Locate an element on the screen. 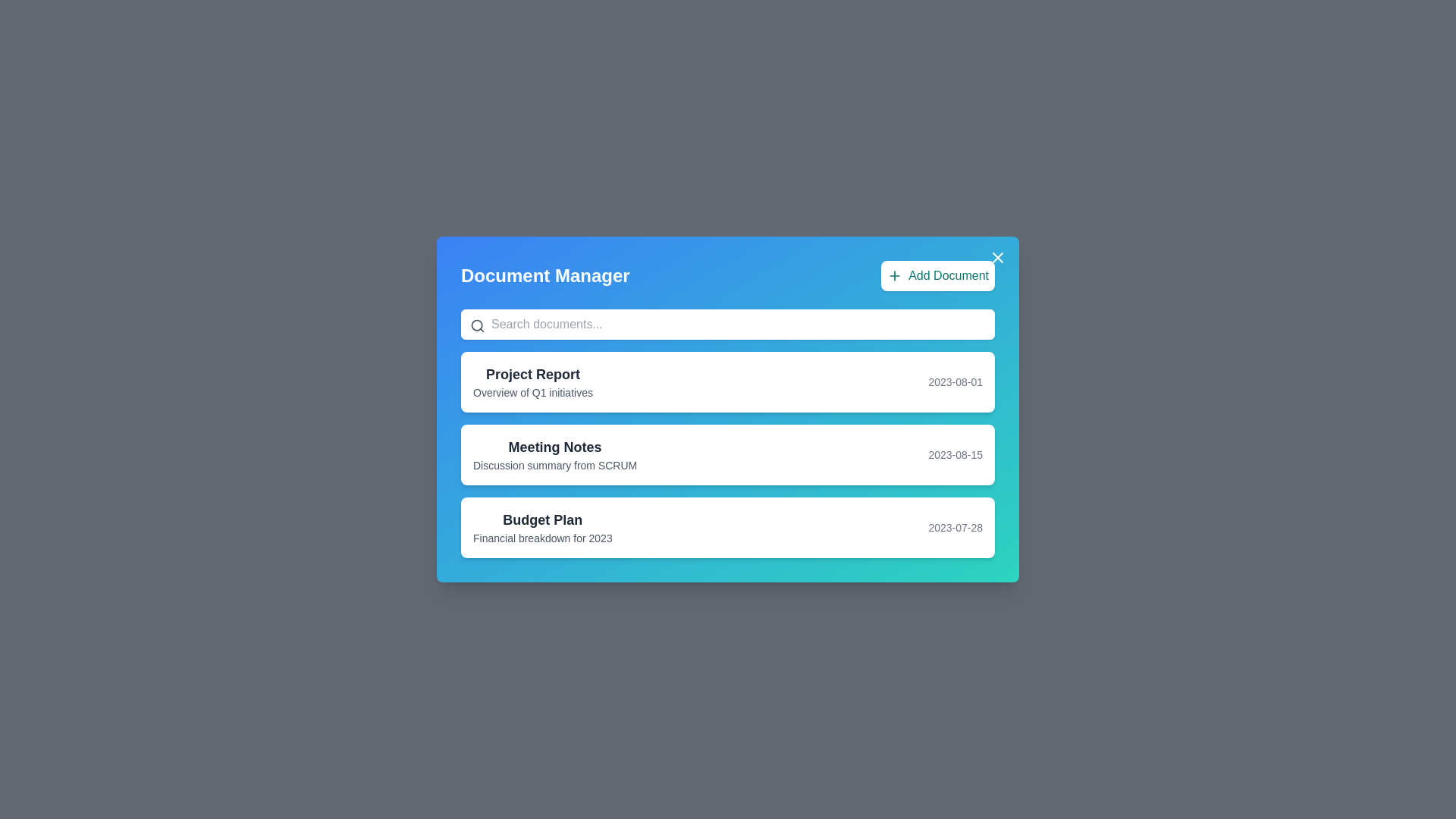 The image size is (1456, 819). the document titled 'Project Report' is located at coordinates (728, 381).